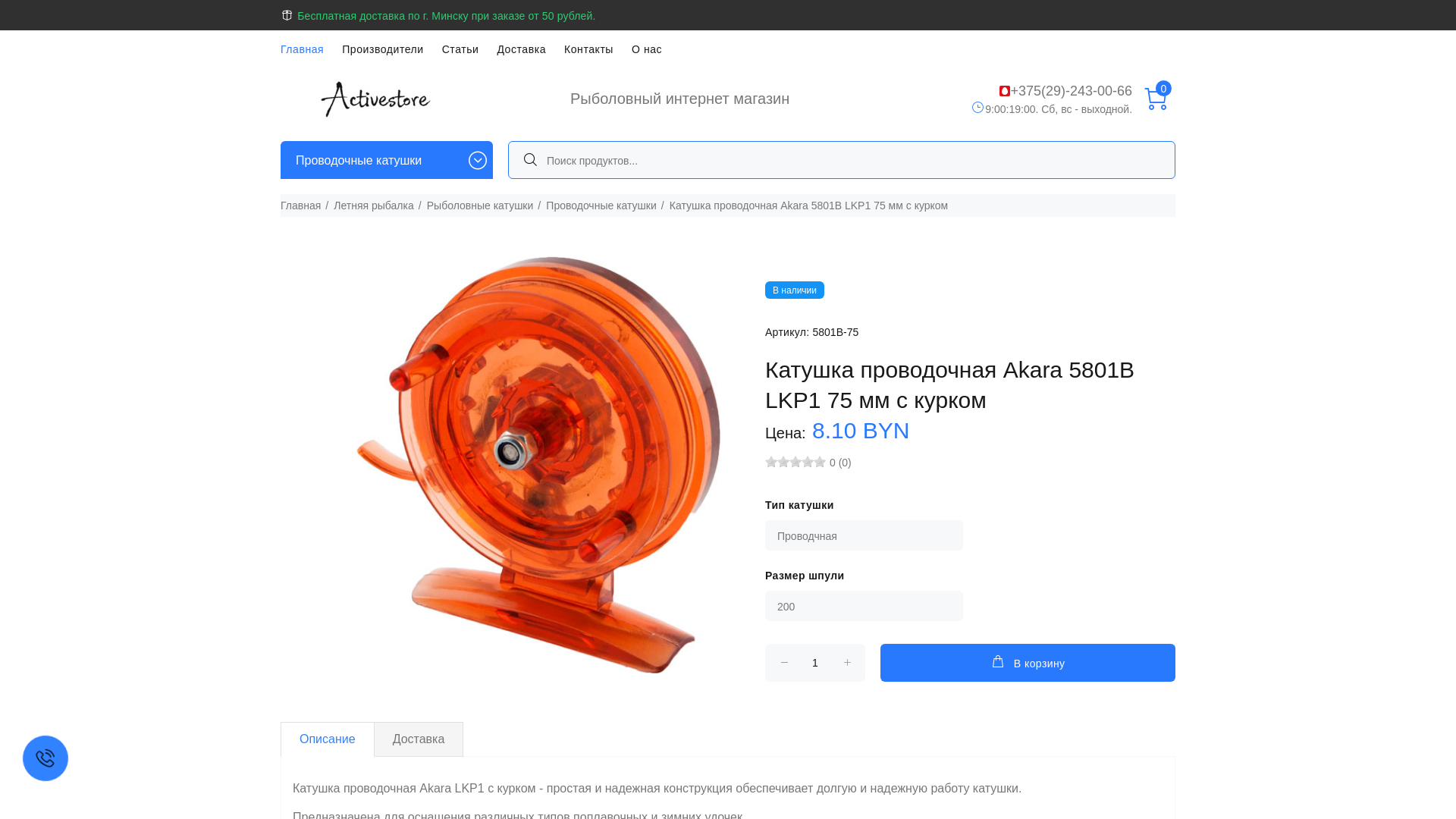  I want to click on '0', so click(1154, 99).